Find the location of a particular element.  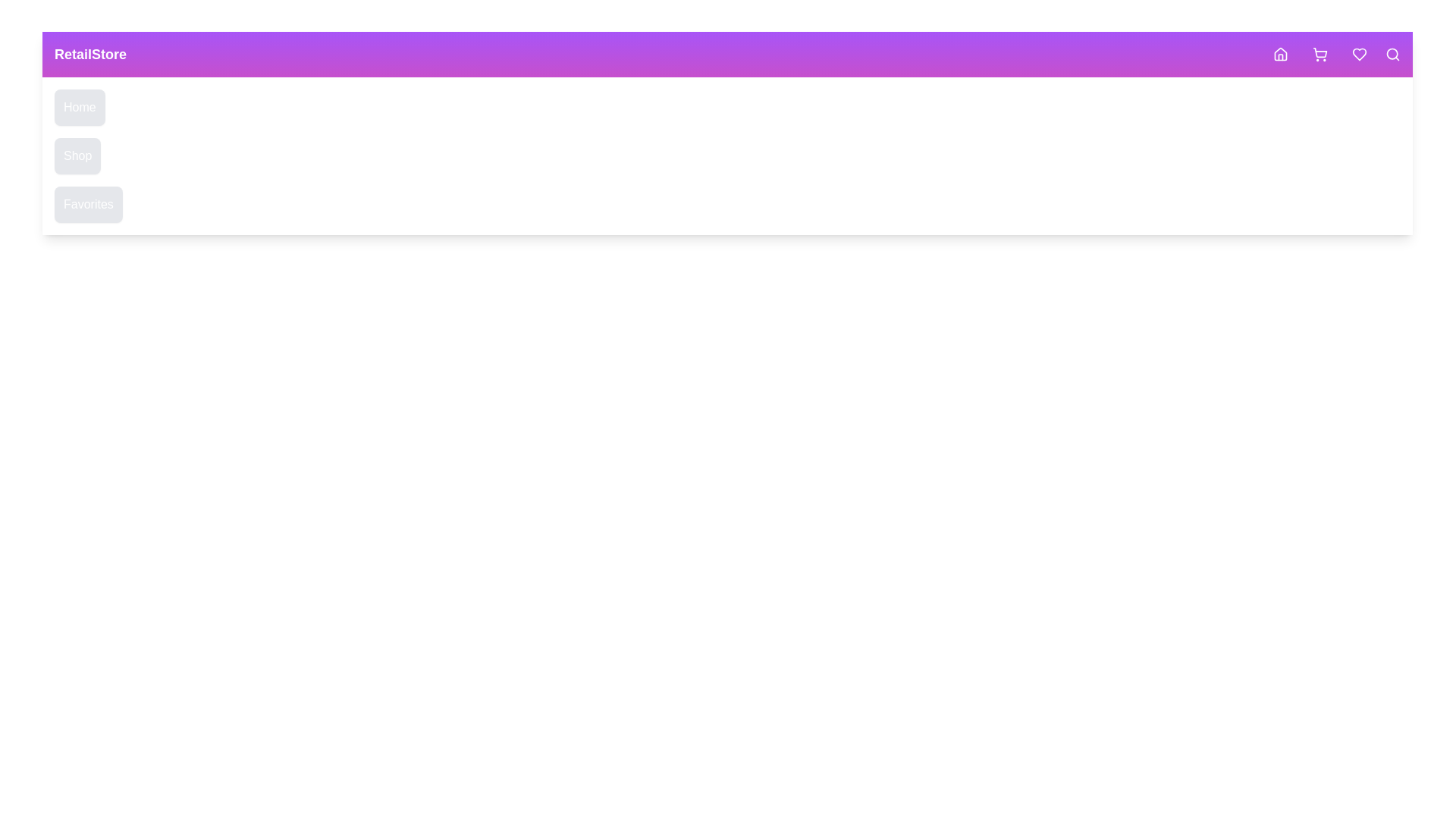

the Home button in the main menu is located at coordinates (79, 107).